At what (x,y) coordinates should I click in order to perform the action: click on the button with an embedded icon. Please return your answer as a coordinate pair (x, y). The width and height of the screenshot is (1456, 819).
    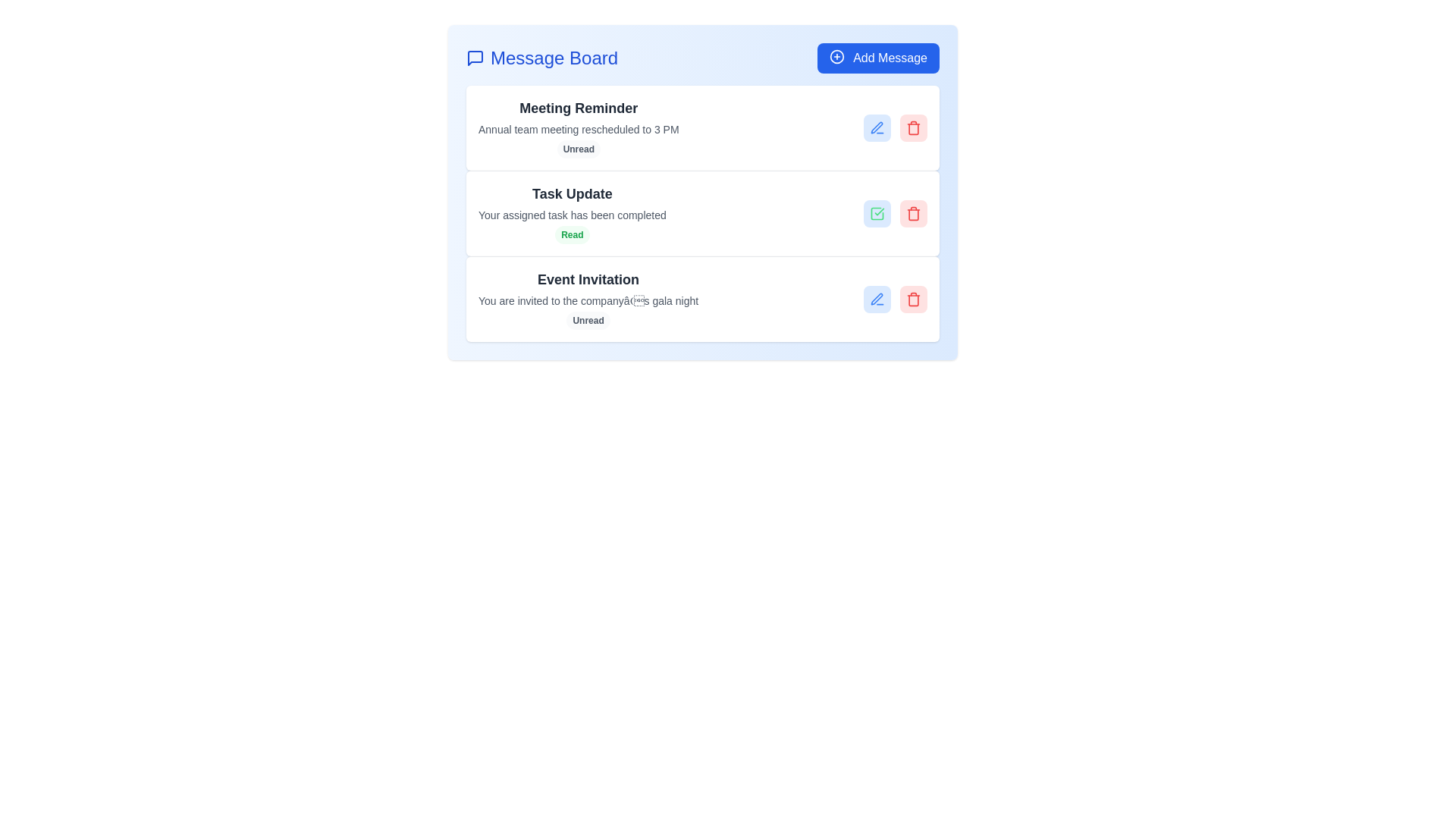
    Looking at the image, I should click on (877, 299).